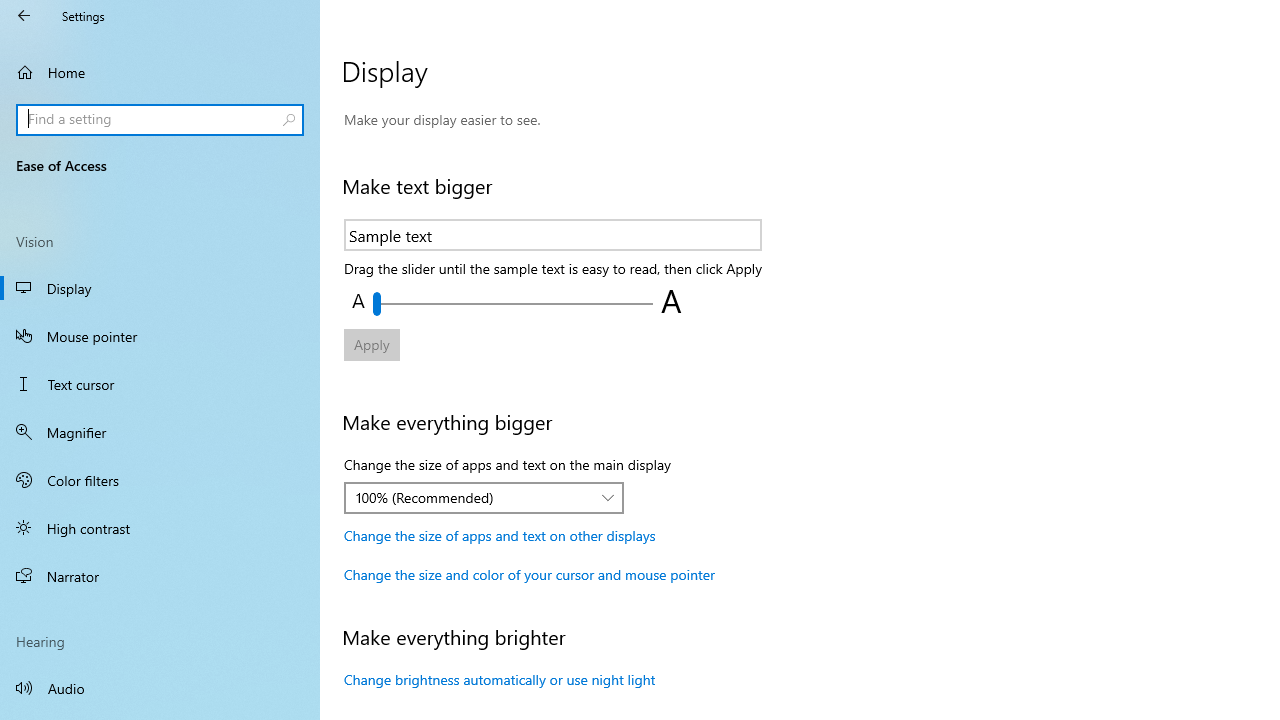  I want to click on 'Apply', so click(371, 343).